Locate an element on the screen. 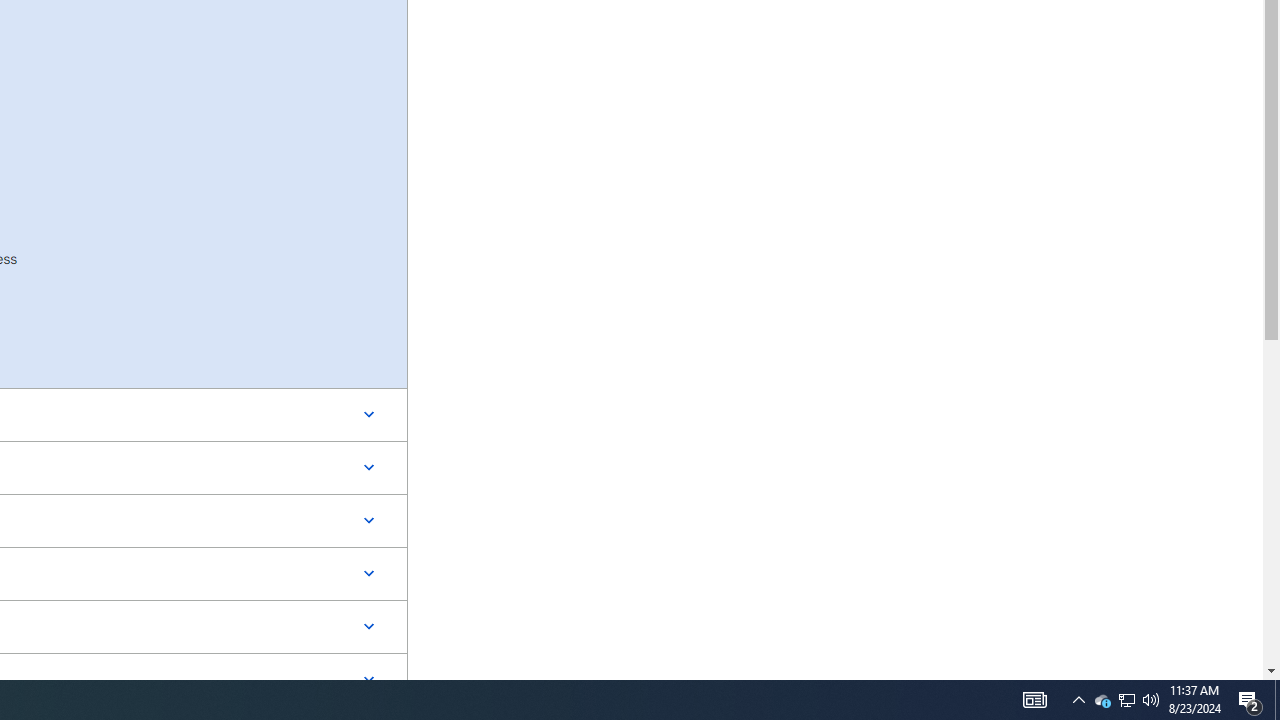 Image resolution: width=1280 pixels, height=720 pixels. 'User Promoted Notification Area' is located at coordinates (1127, 698).